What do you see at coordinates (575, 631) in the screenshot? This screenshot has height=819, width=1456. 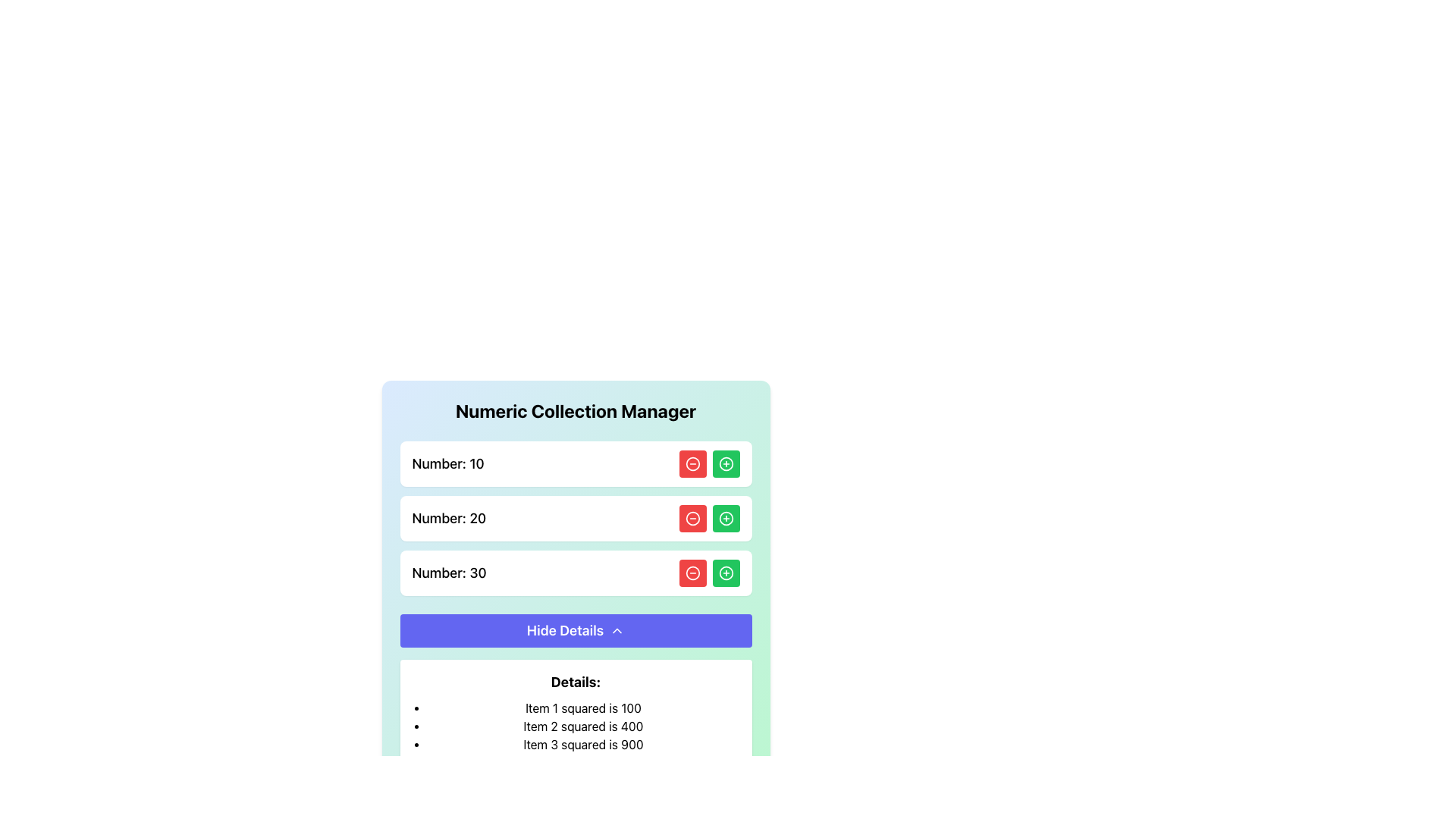 I see `the 'Hide Details' button with a bold blue background and white text` at bounding box center [575, 631].